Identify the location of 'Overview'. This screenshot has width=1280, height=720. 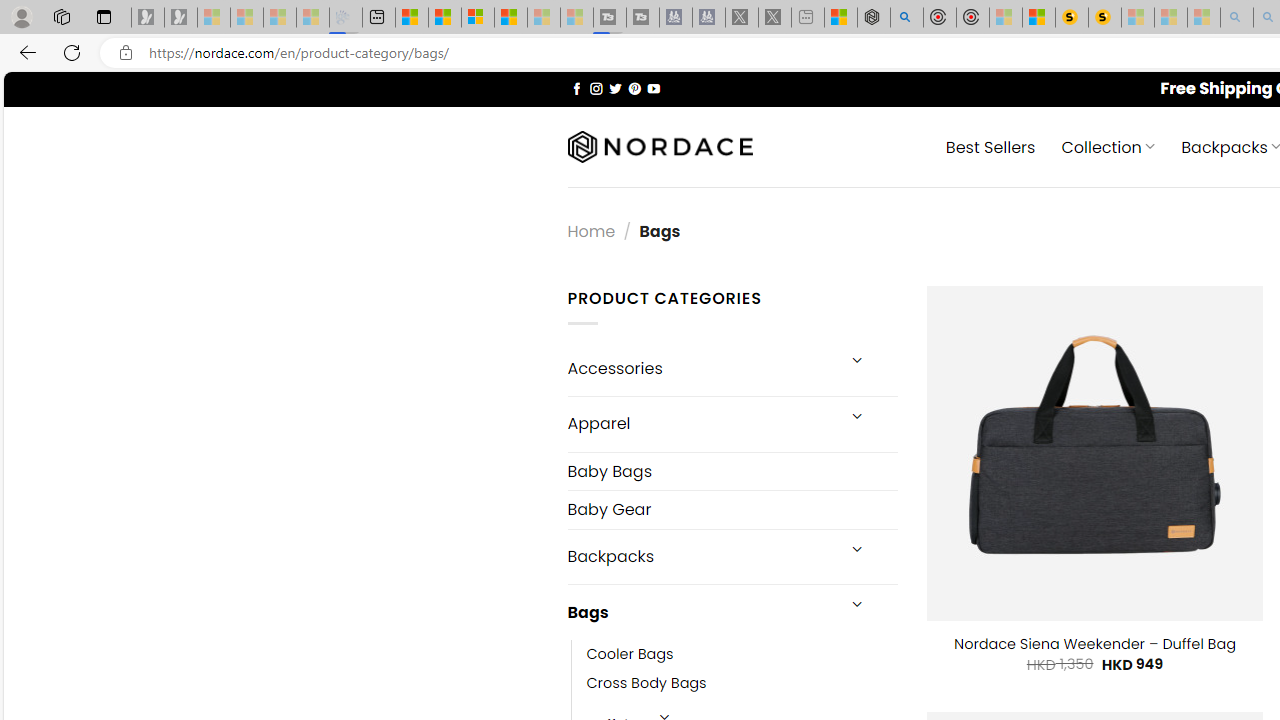
(477, 17).